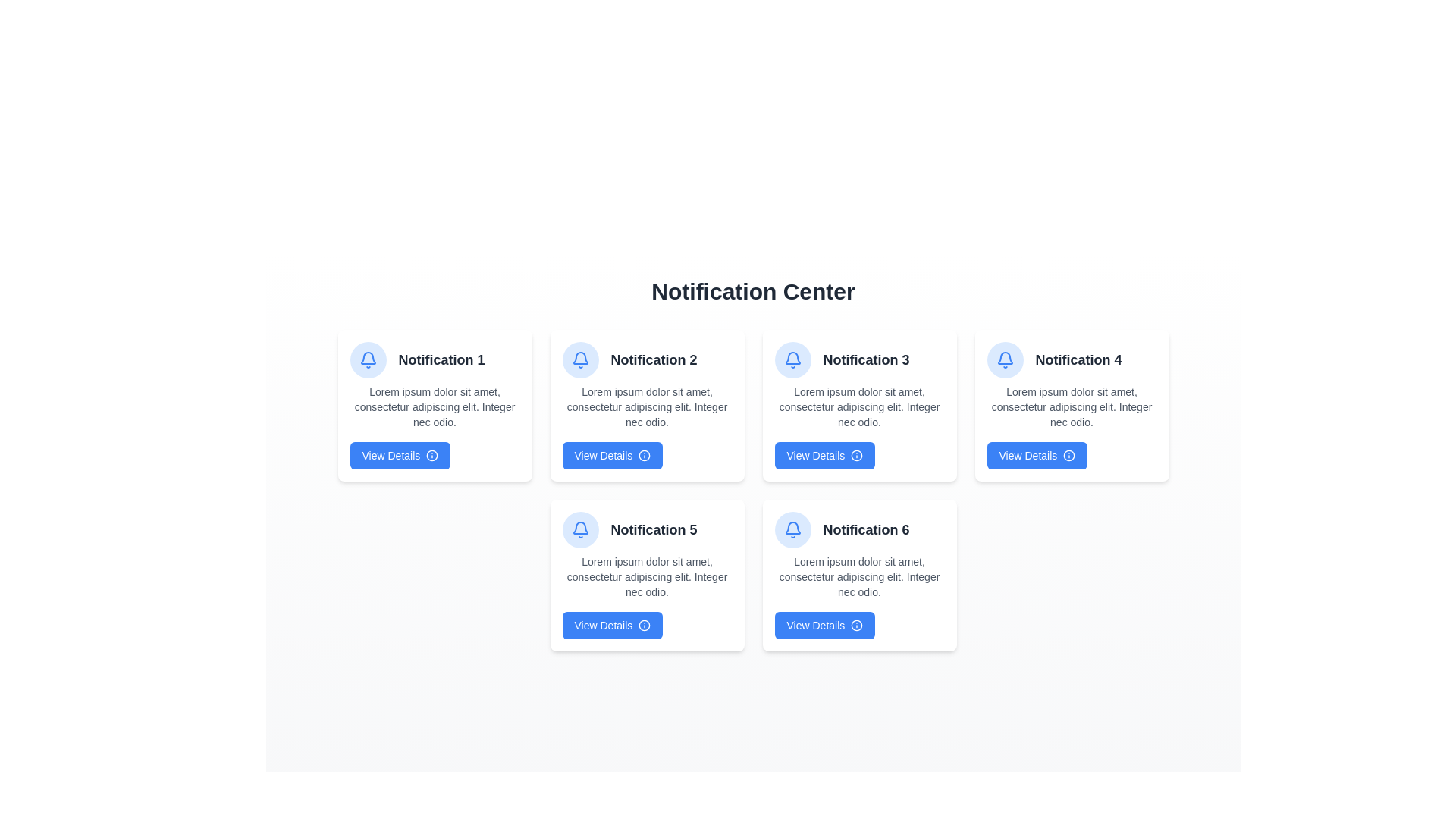 The image size is (1456, 819). Describe the element at coordinates (1068, 455) in the screenshot. I see `the informational icon within the 'View Details' button of the 'Notification 4' card located in the second row, second column of the grid layout` at that location.